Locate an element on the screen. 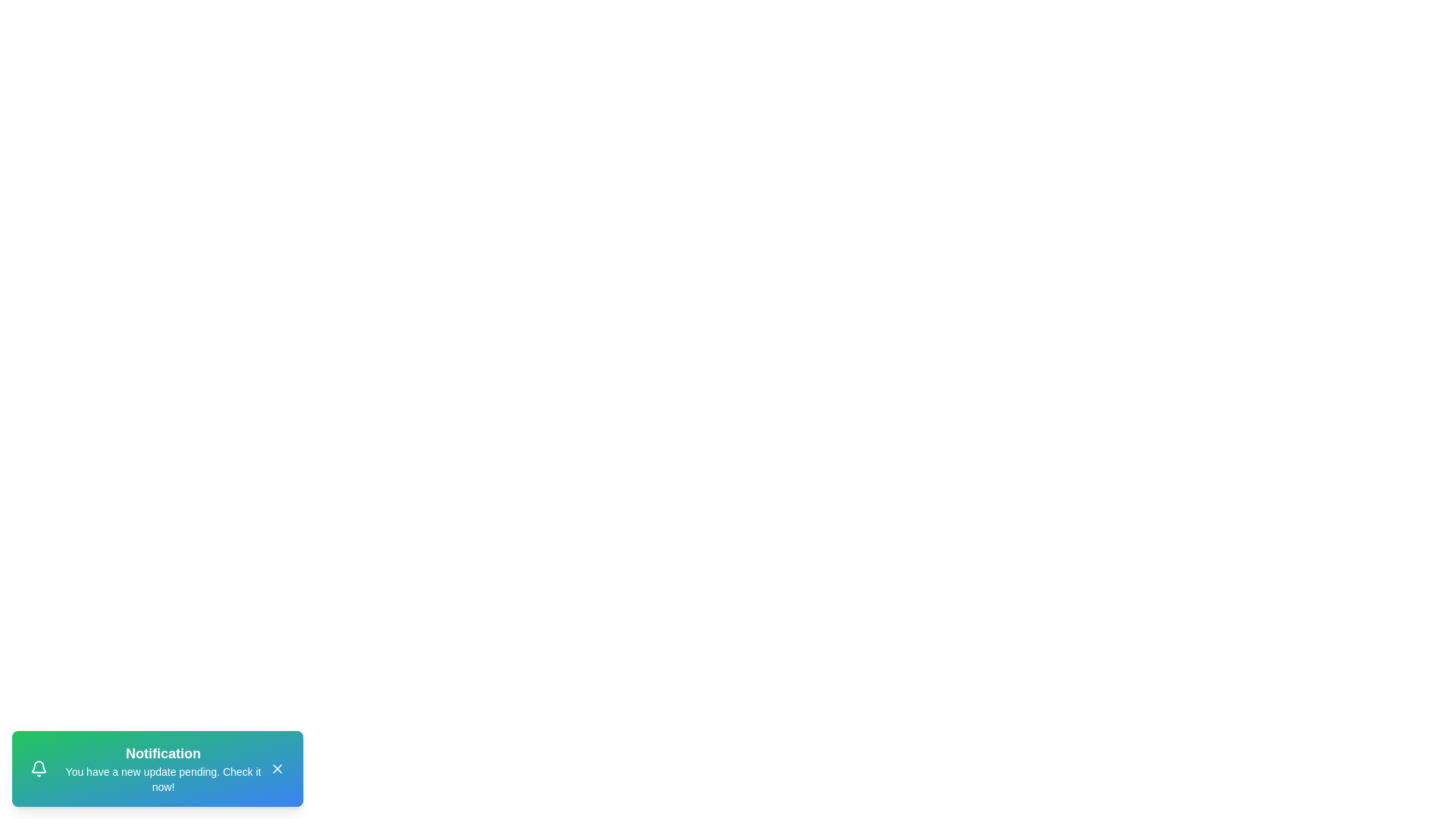  the close button to dismiss the notification is located at coordinates (277, 769).